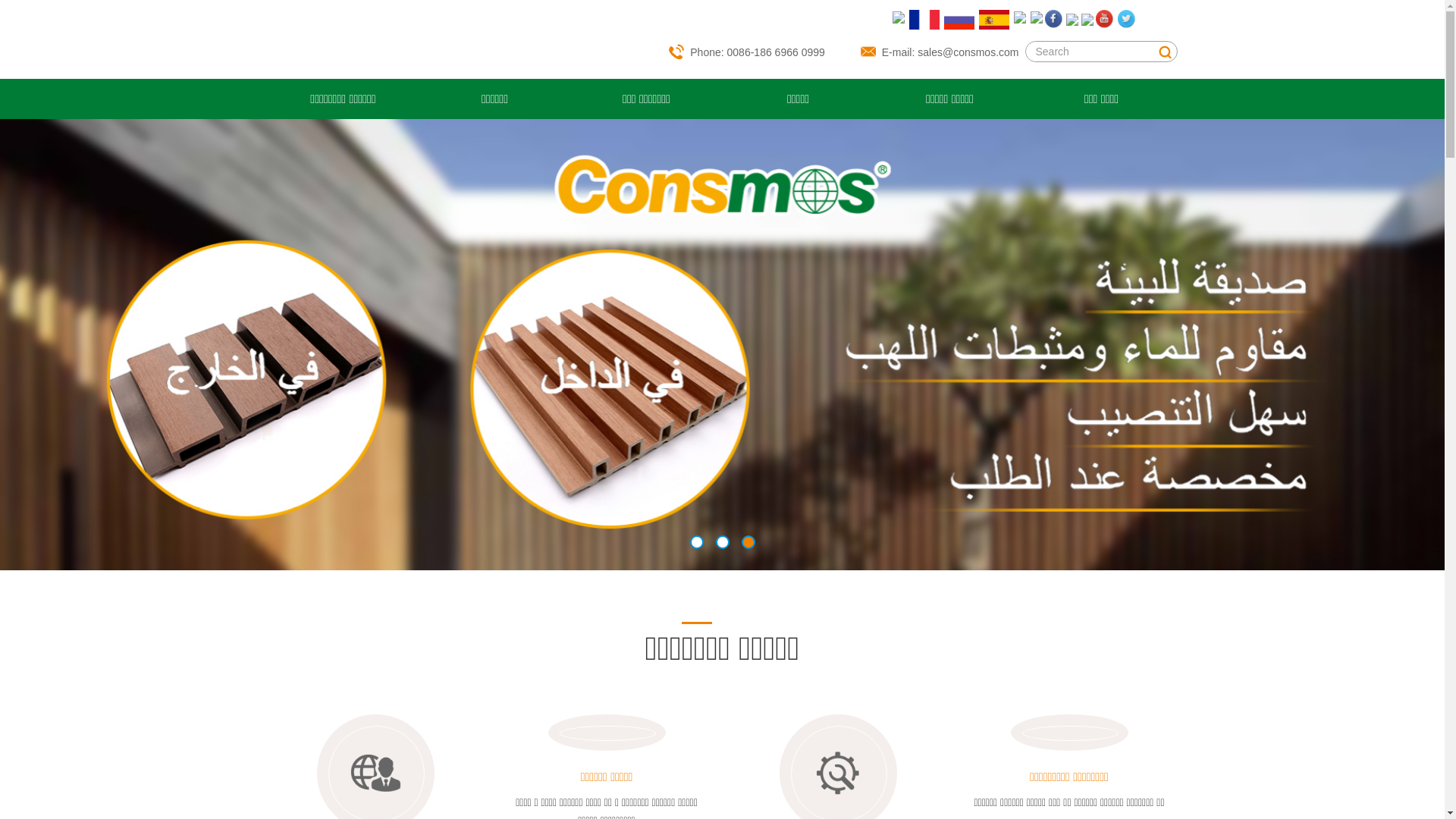 The image size is (1456, 819). What do you see at coordinates (748, 541) in the screenshot?
I see `'3'` at bounding box center [748, 541].